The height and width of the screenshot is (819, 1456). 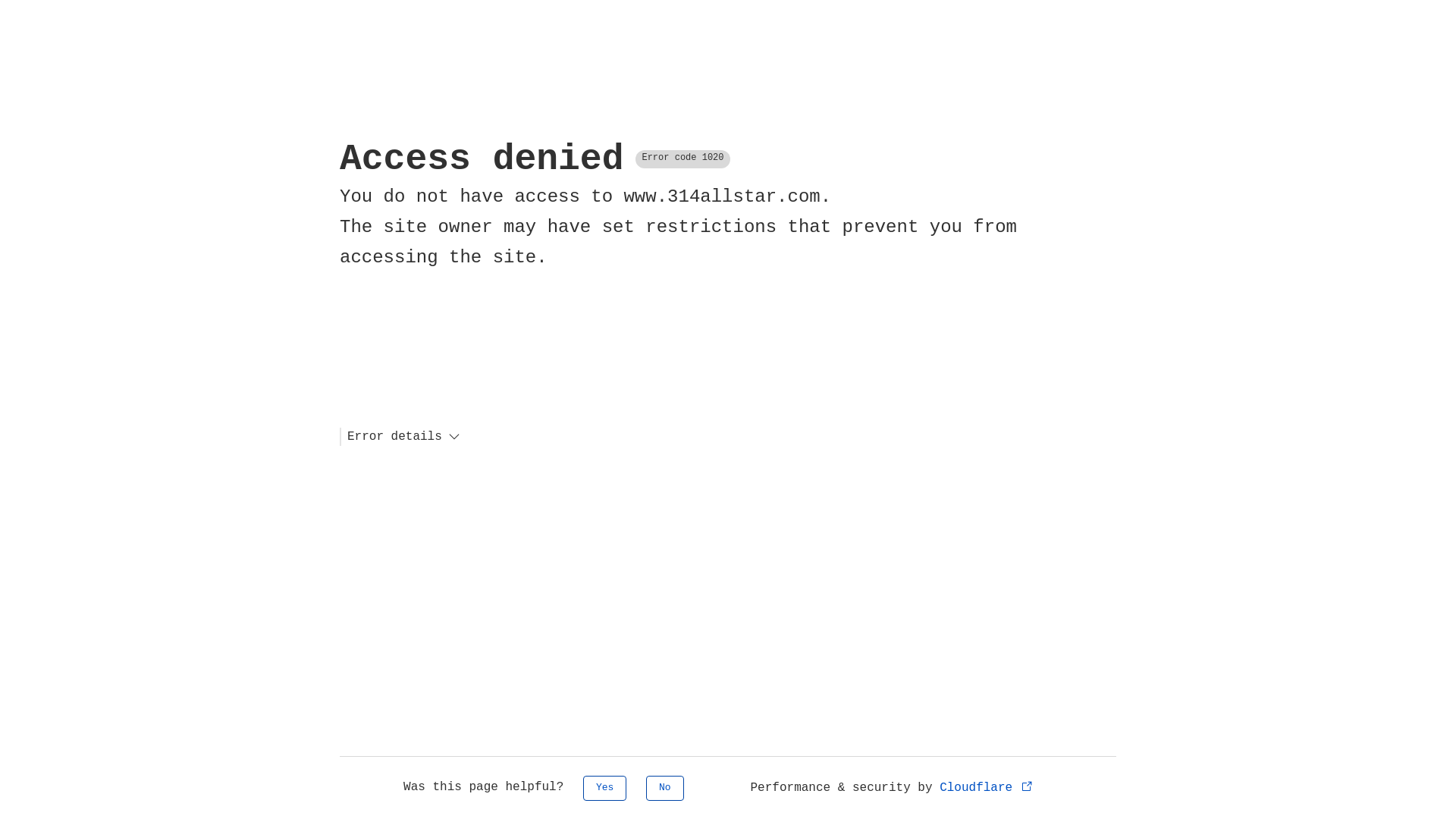 What do you see at coordinates (665, 787) in the screenshot?
I see `'No'` at bounding box center [665, 787].